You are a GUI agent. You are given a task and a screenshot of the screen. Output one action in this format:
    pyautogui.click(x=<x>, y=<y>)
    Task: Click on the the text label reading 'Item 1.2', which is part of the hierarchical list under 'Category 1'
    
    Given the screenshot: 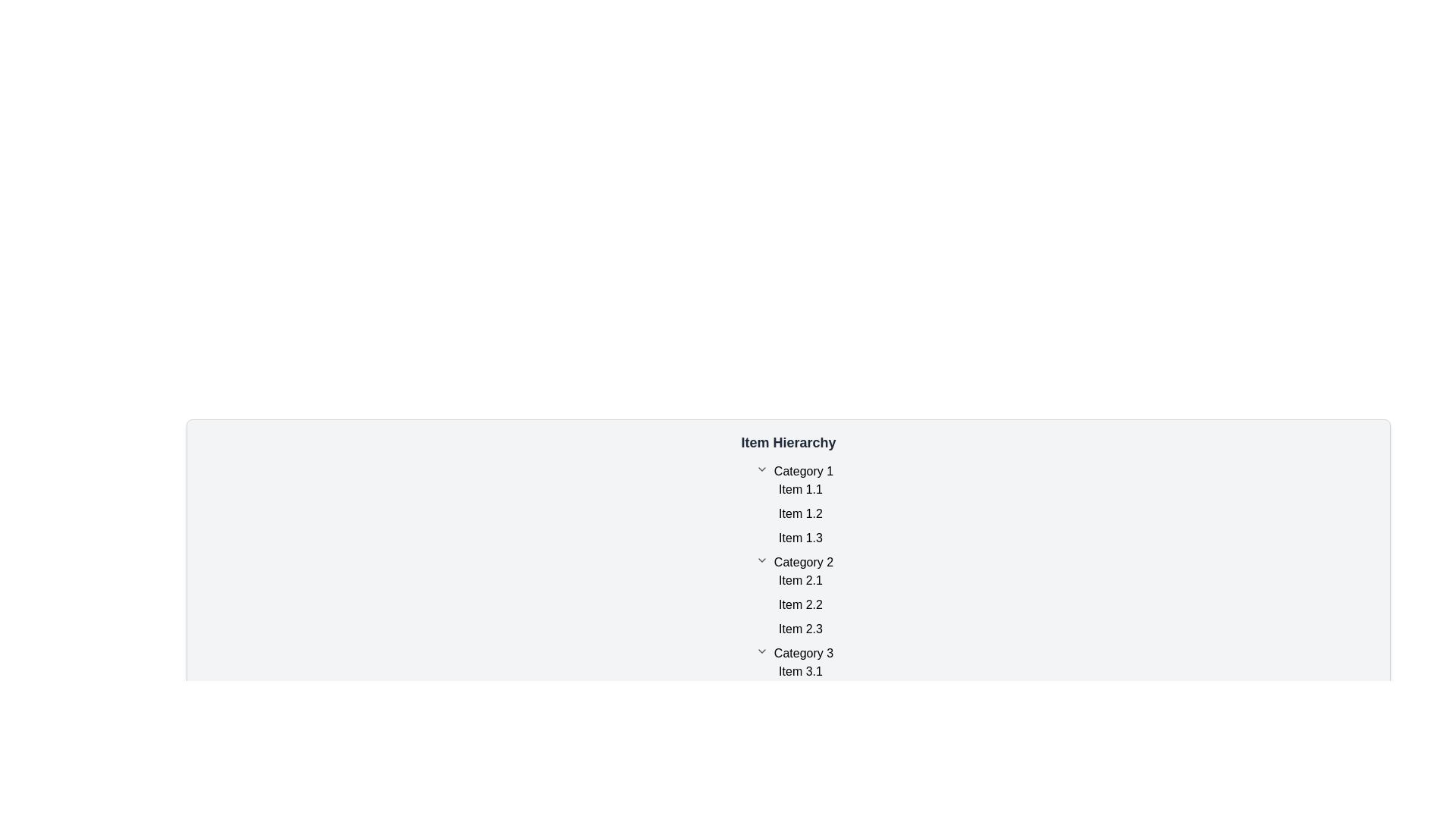 What is the action you would take?
    pyautogui.click(x=800, y=513)
    